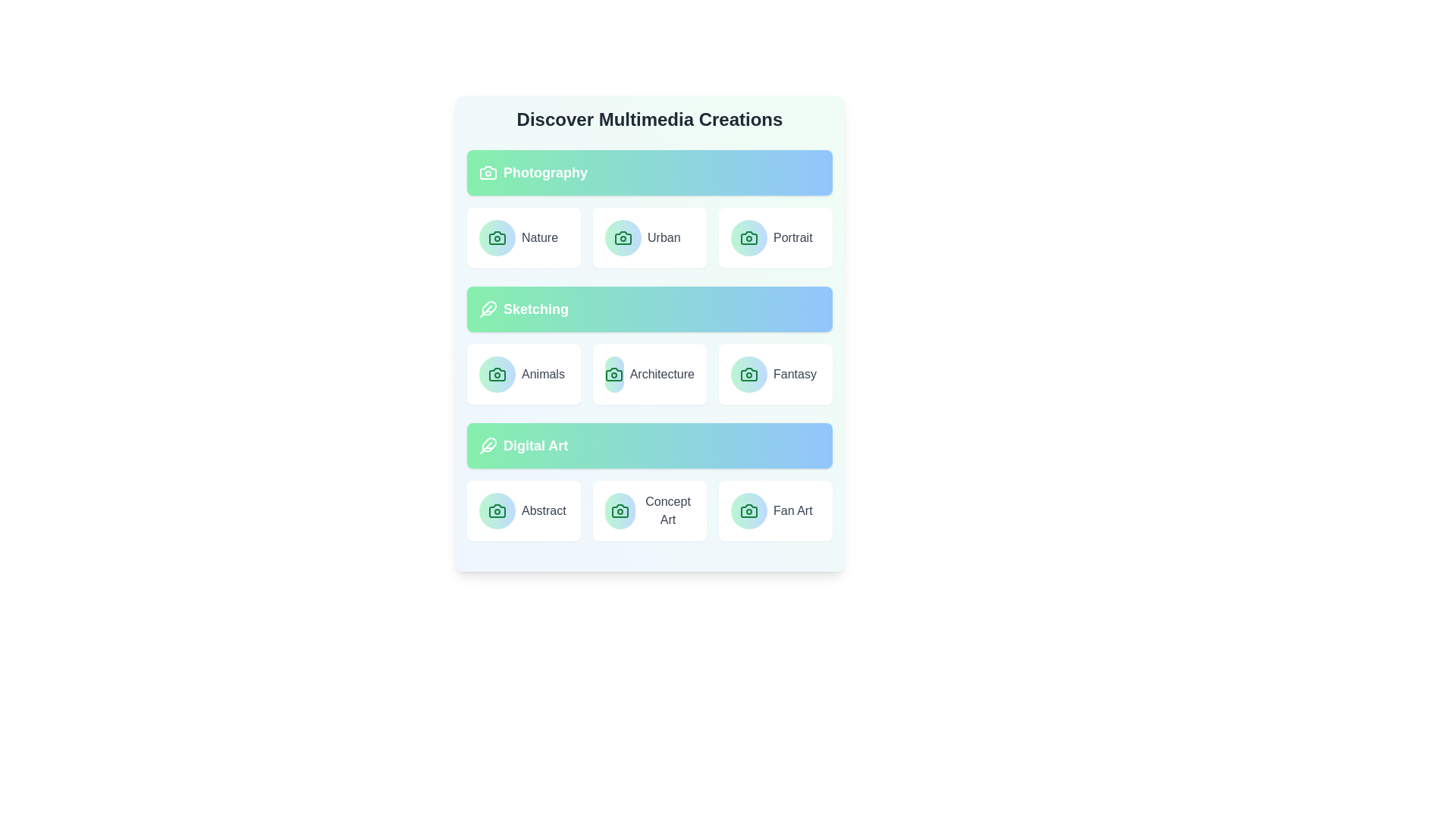 Image resolution: width=1456 pixels, height=819 pixels. What do you see at coordinates (650, 511) in the screenshot?
I see `the item Concept Art within the category Digital Art` at bounding box center [650, 511].